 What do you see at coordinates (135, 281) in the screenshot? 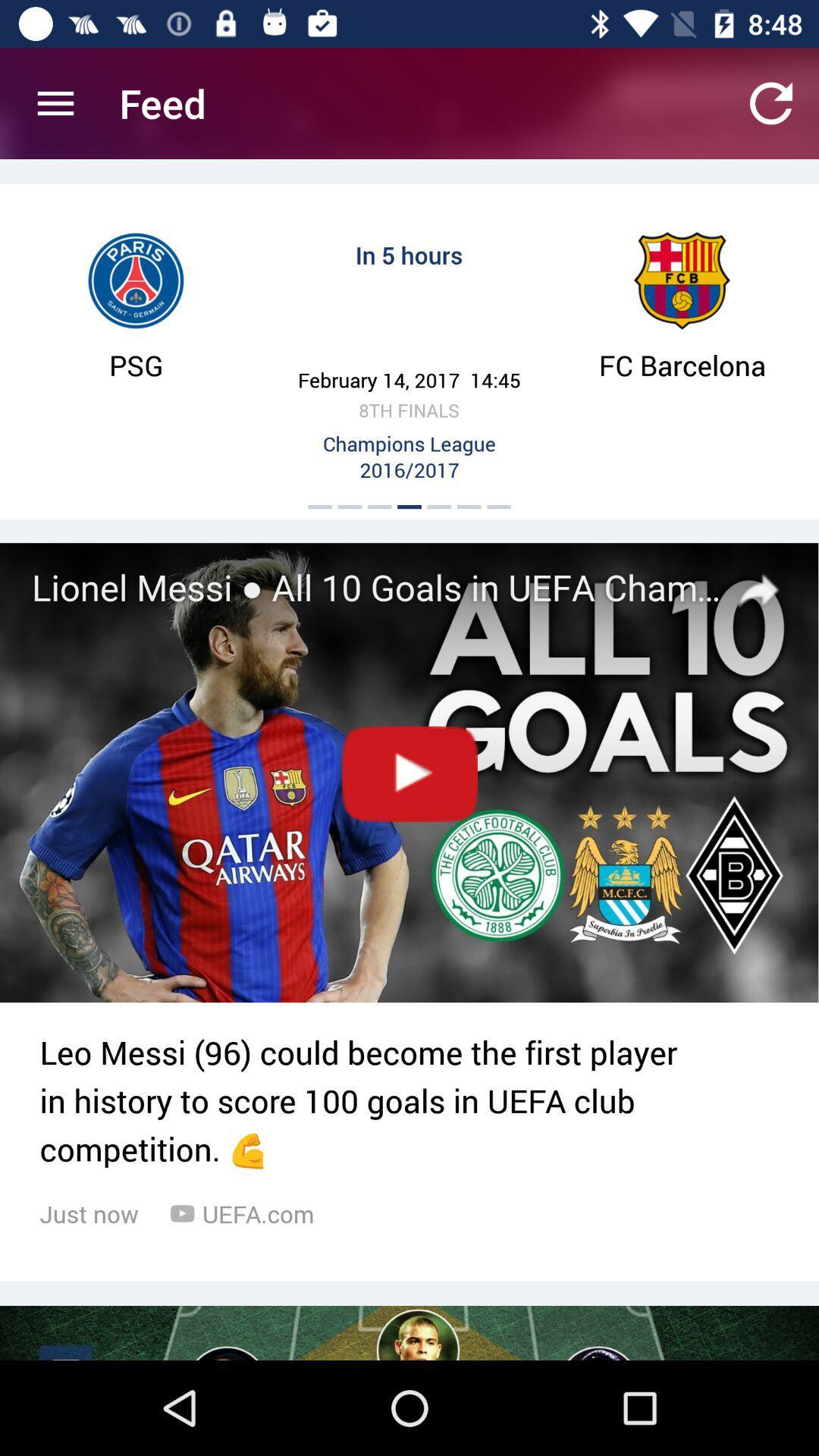
I see `the image above pgs` at bounding box center [135, 281].